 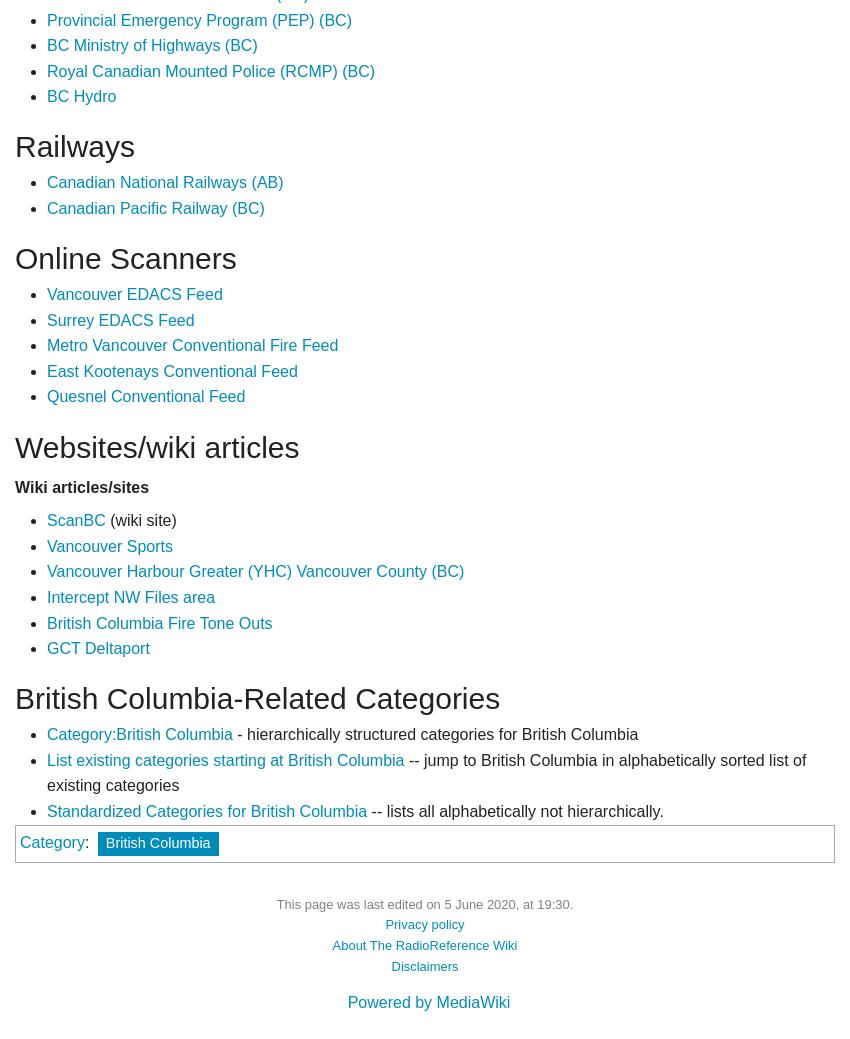 What do you see at coordinates (209, 69) in the screenshot?
I see `'Royal Canadian Mounted Police (RCMP) (BC)'` at bounding box center [209, 69].